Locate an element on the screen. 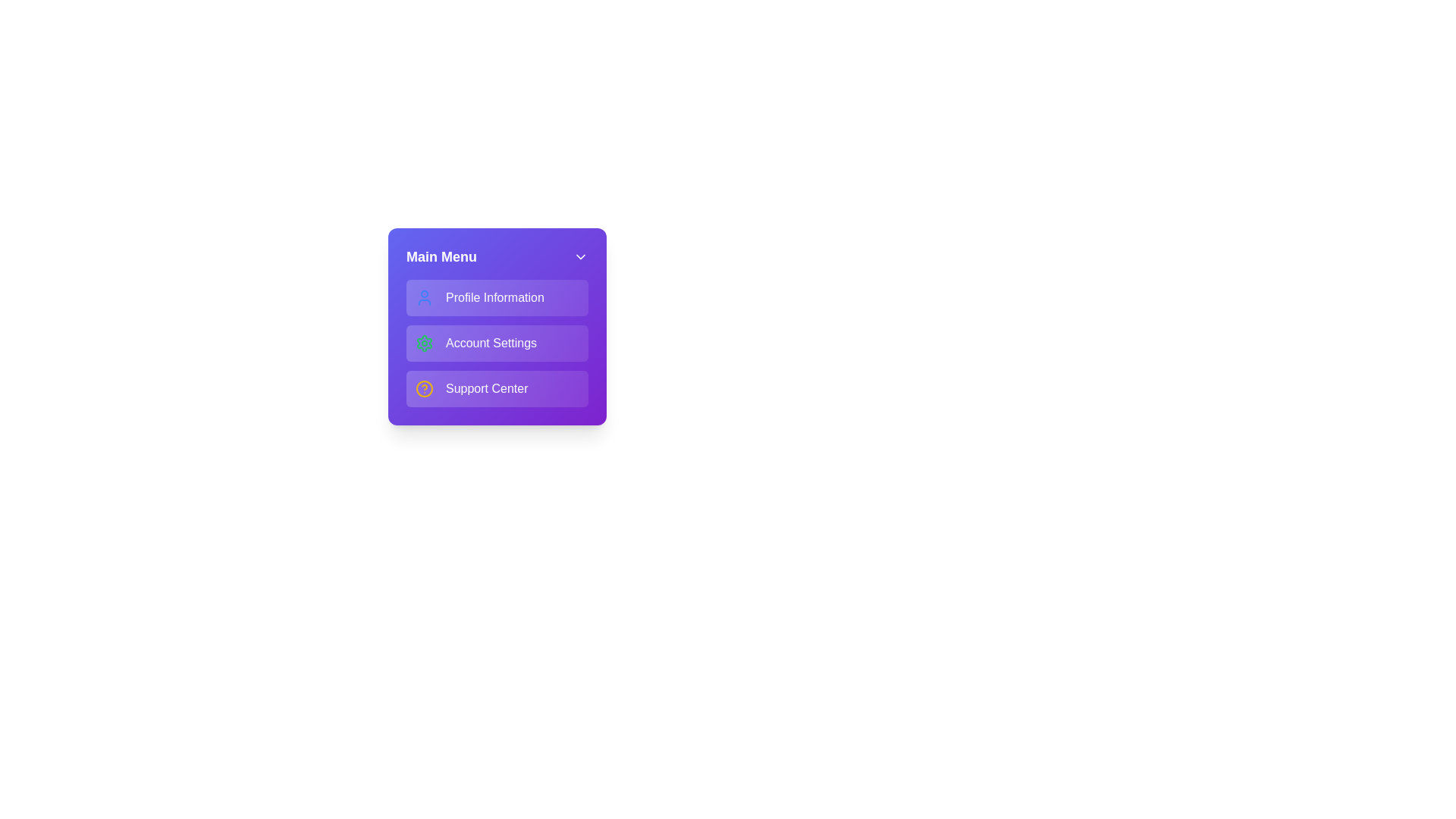 Image resolution: width=1456 pixels, height=819 pixels. the menu item Support Center to see visual feedback is located at coordinates (497, 388).